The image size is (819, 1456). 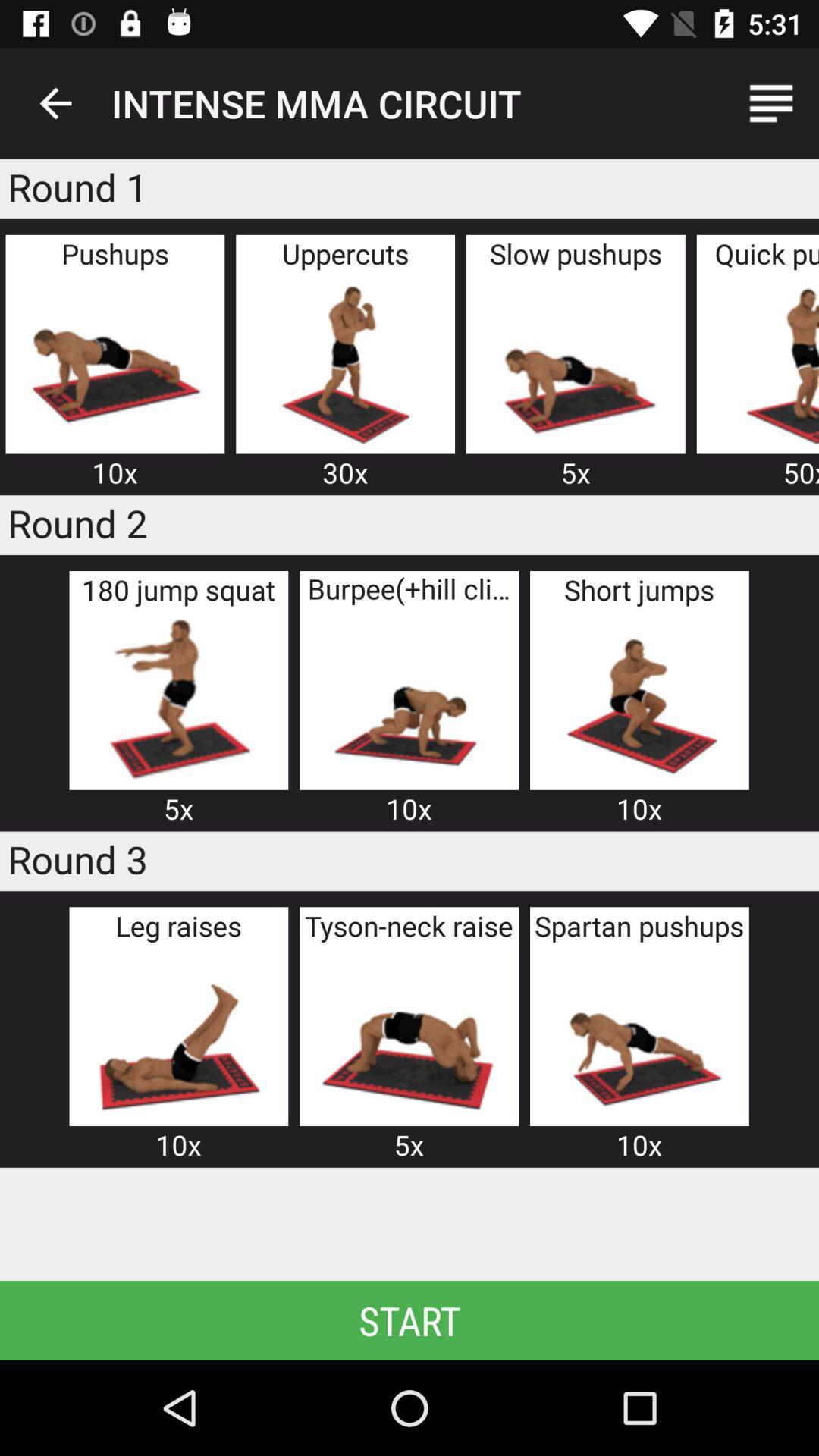 What do you see at coordinates (639, 698) in the screenshot?
I see `the round 2 option` at bounding box center [639, 698].